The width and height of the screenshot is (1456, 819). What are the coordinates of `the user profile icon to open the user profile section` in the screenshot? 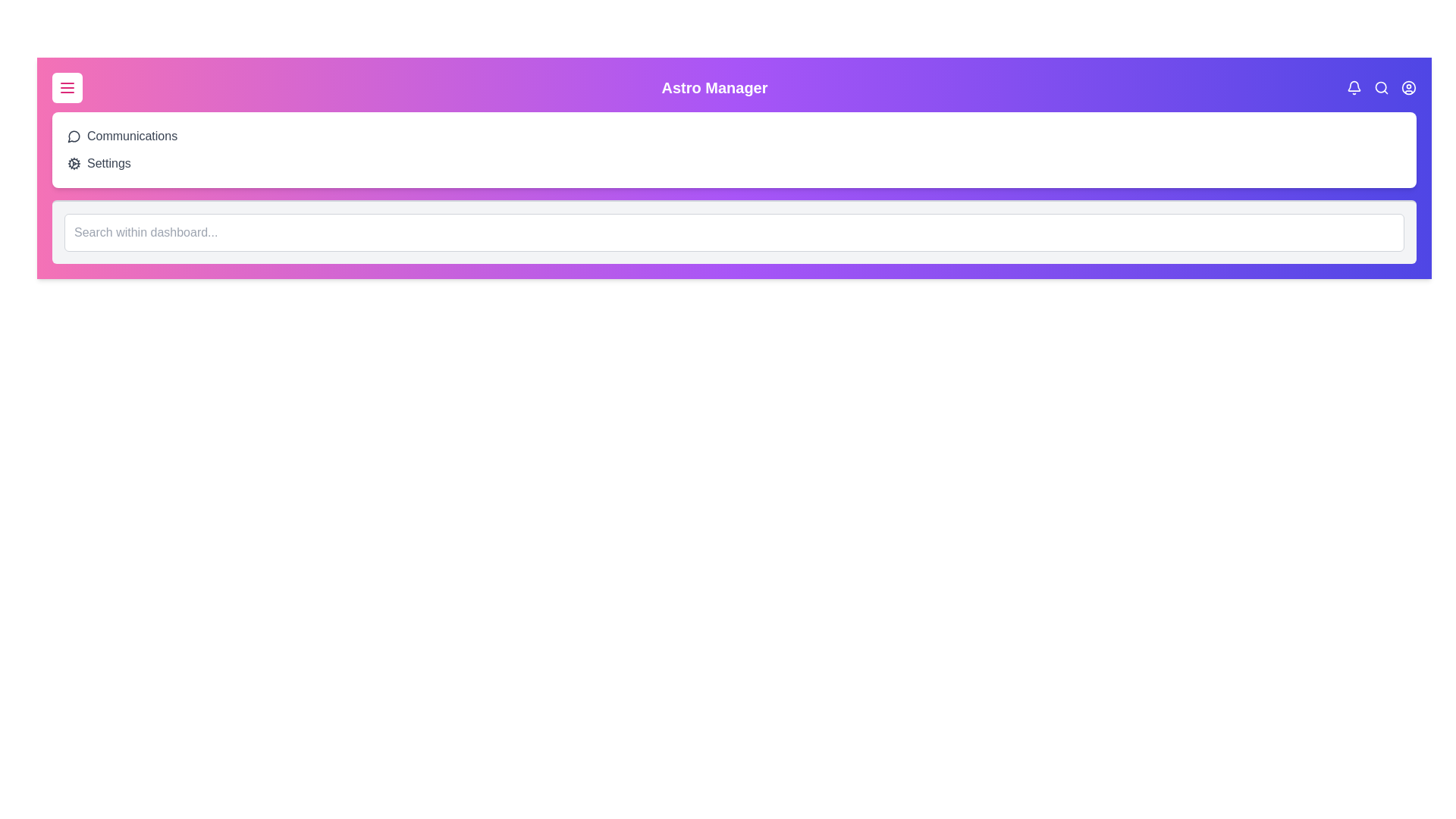 It's located at (1407, 87).